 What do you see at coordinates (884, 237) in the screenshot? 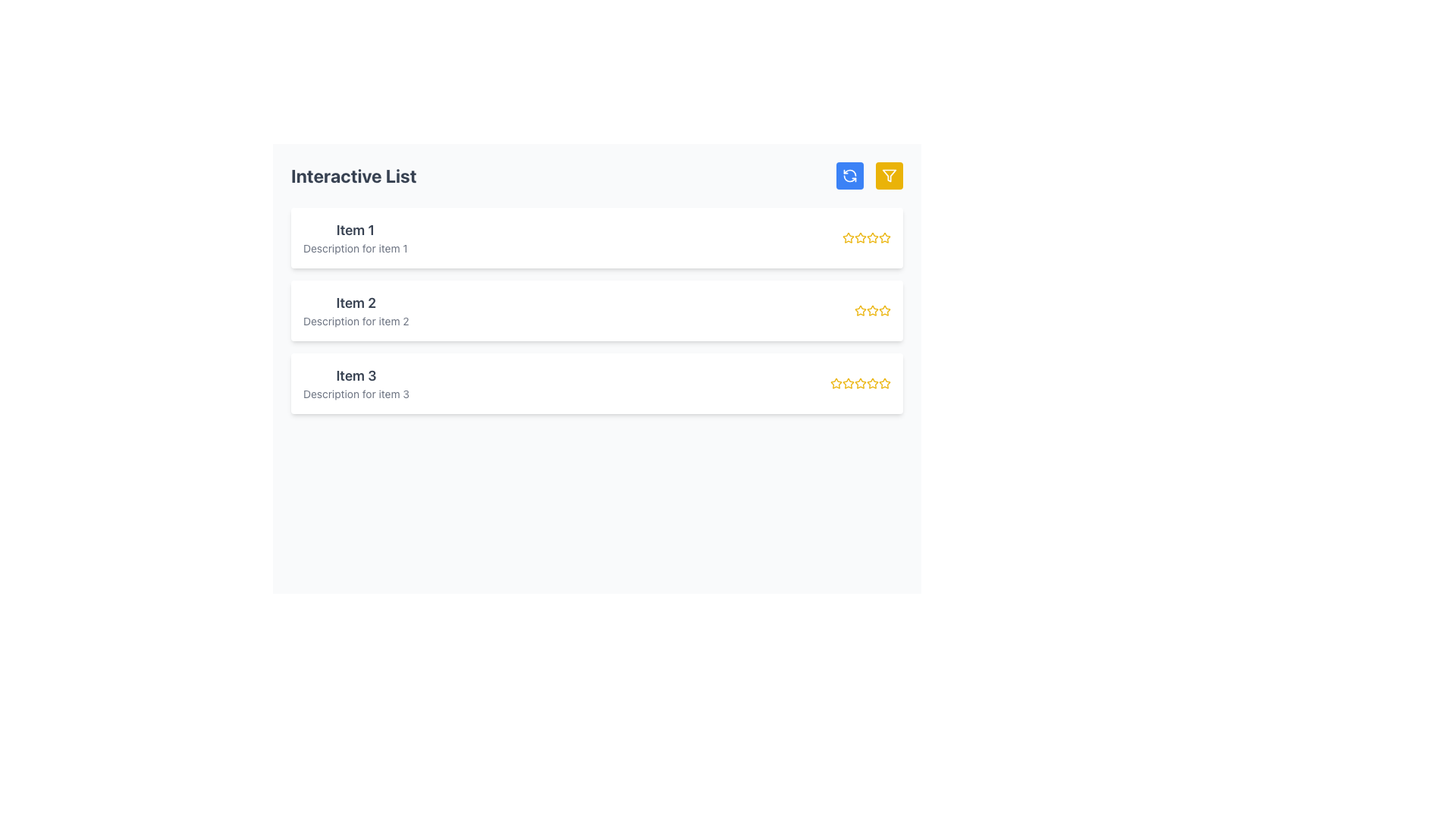
I see `the last star-shaped icon in the star rating system, which is colored yellow and indicates its visual state` at bounding box center [884, 237].